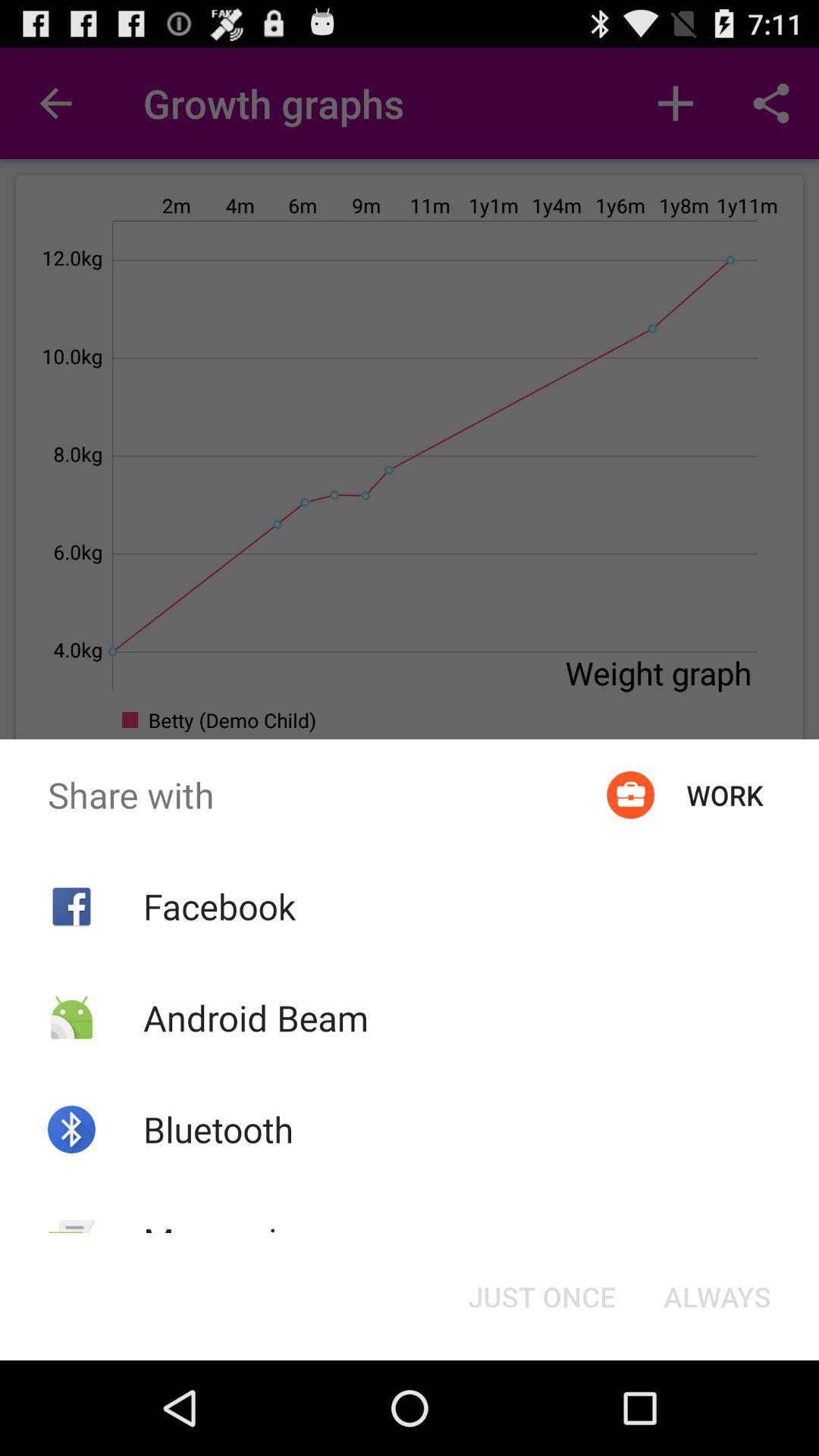 The image size is (819, 1456). Describe the element at coordinates (541, 1295) in the screenshot. I see `just once item` at that location.